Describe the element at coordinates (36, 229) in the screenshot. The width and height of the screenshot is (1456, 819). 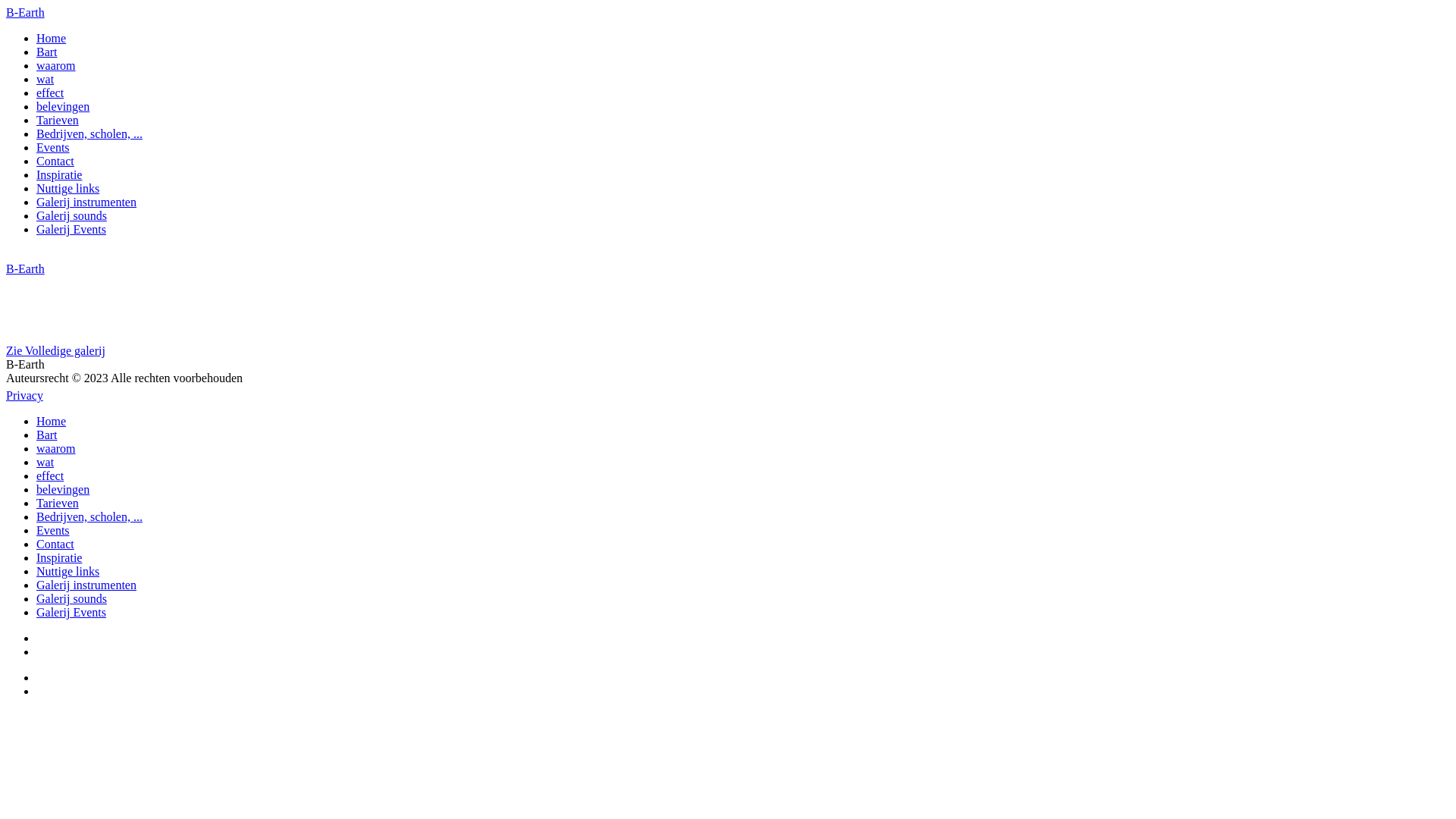
I see `'Galerij Events'` at that location.